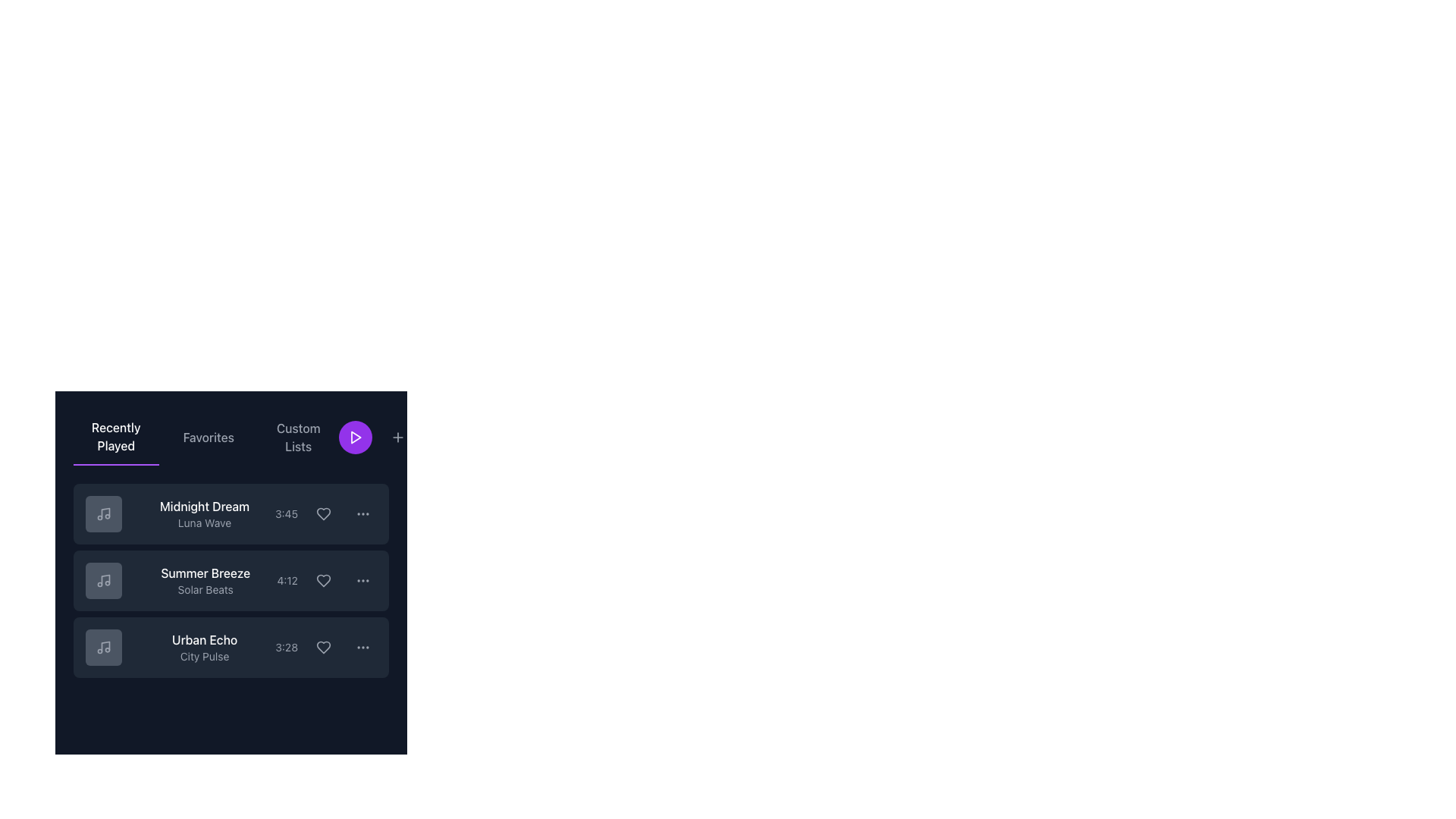  Describe the element at coordinates (298, 438) in the screenshot. I see `the third item in the horizontal navigation bar, which is the Navigation Tab` at that location.